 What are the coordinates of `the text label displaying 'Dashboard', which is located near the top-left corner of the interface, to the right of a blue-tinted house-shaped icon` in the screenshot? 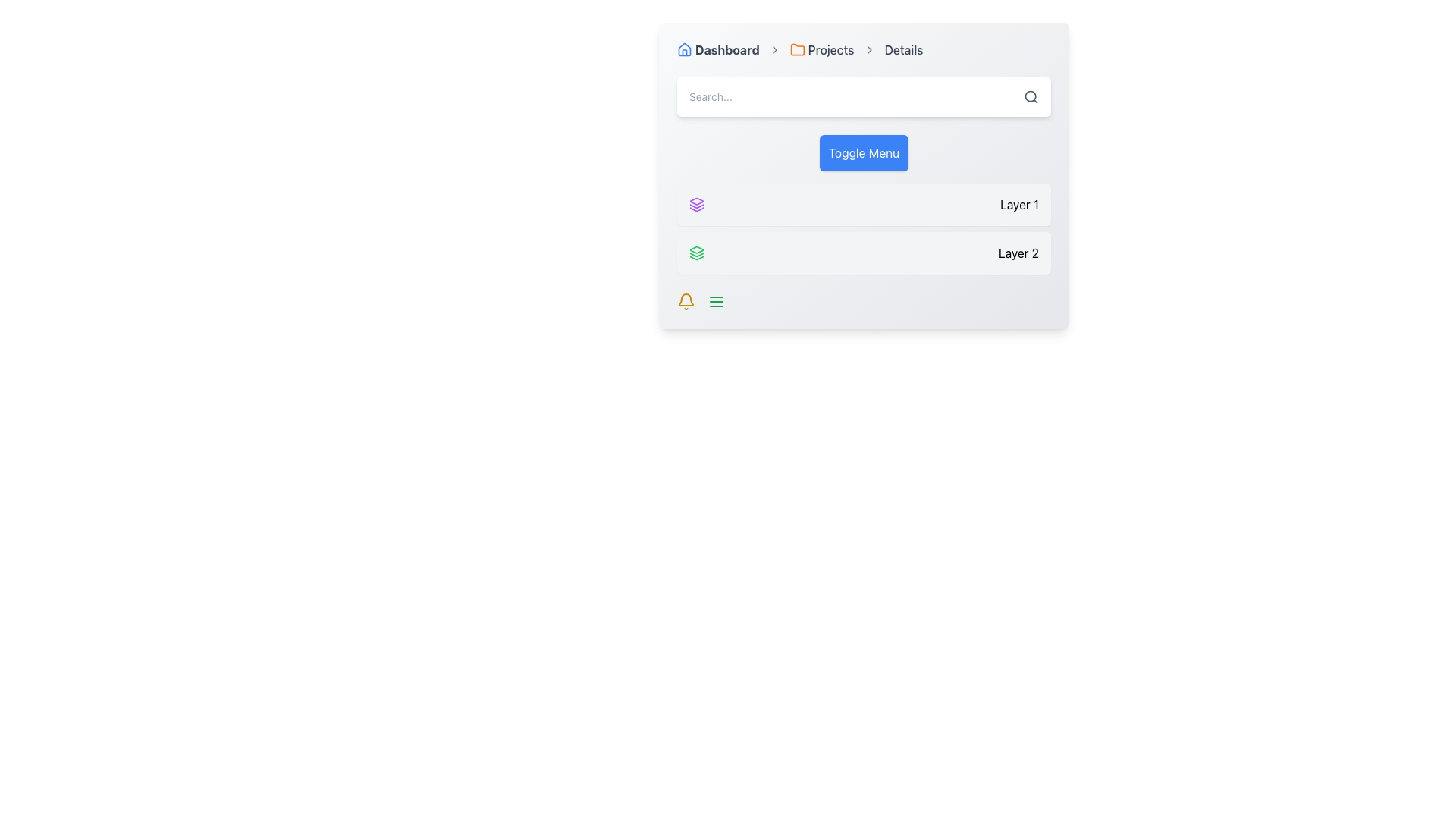 It's located at (726, 49).